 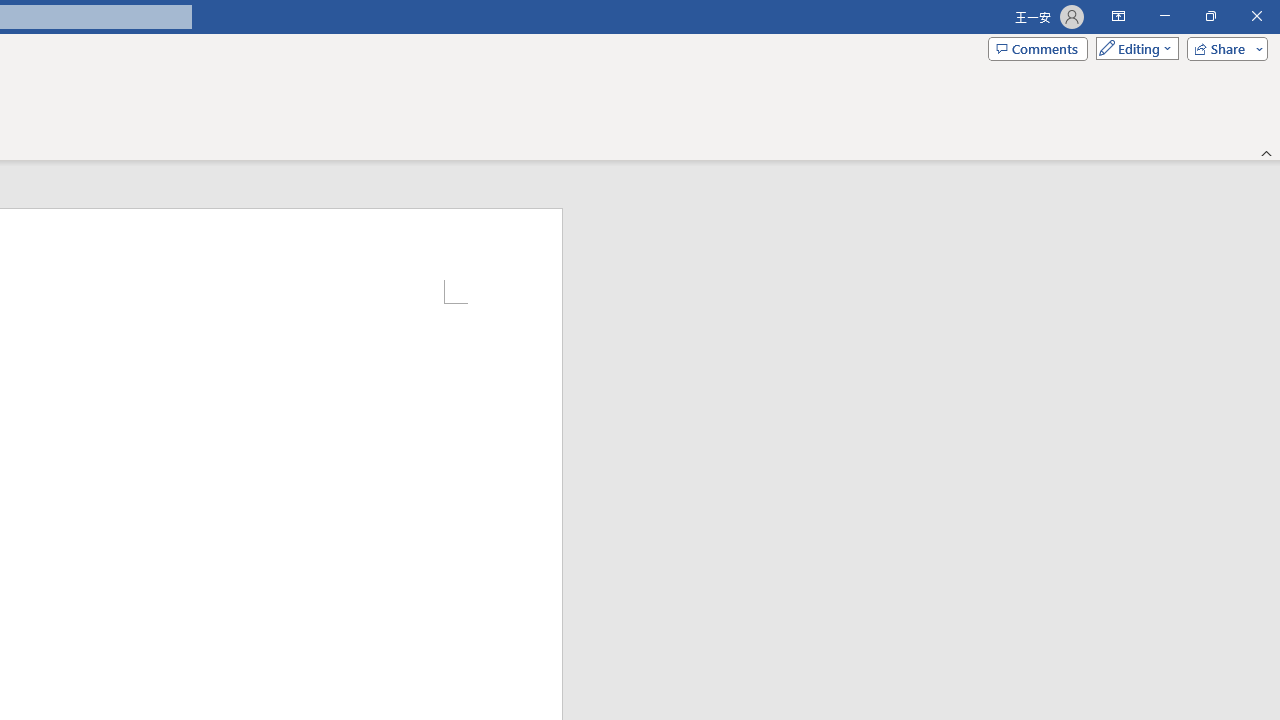 I want to click on 'Restore Down', so click(x=1209, y=16).